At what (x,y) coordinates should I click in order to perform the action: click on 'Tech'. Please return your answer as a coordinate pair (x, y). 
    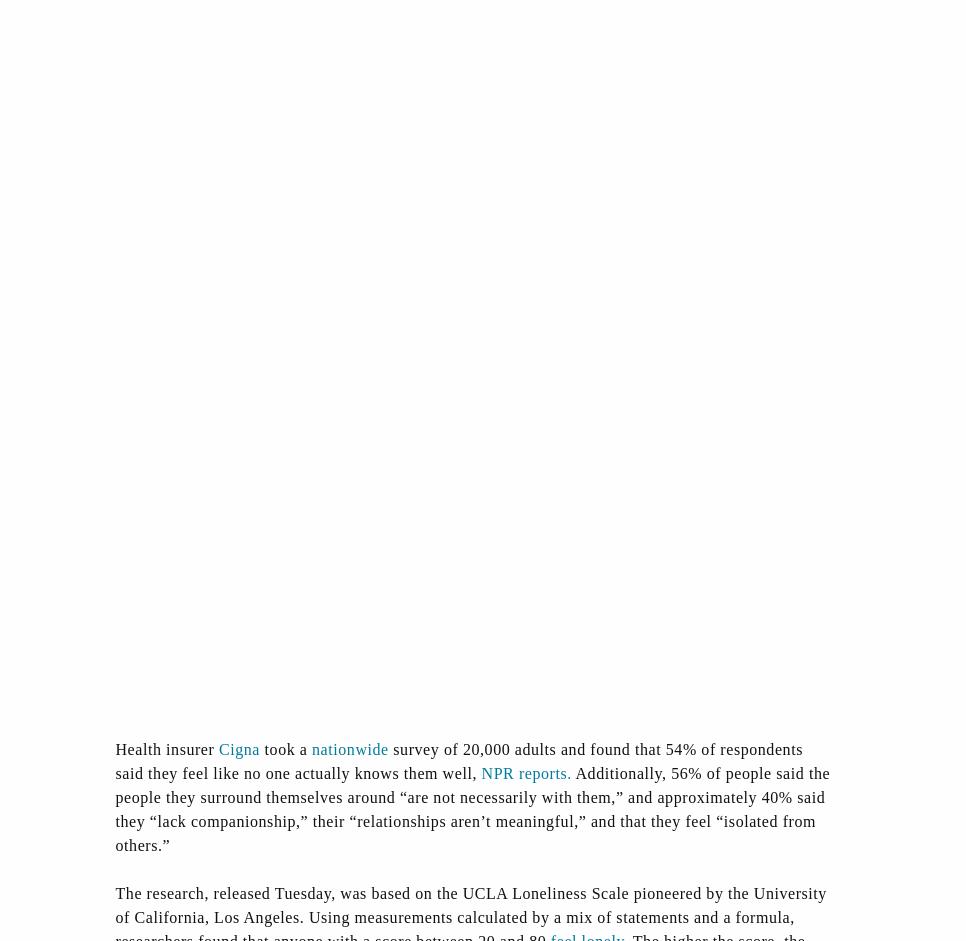
    Looking at the image, I should click on (669, 778).